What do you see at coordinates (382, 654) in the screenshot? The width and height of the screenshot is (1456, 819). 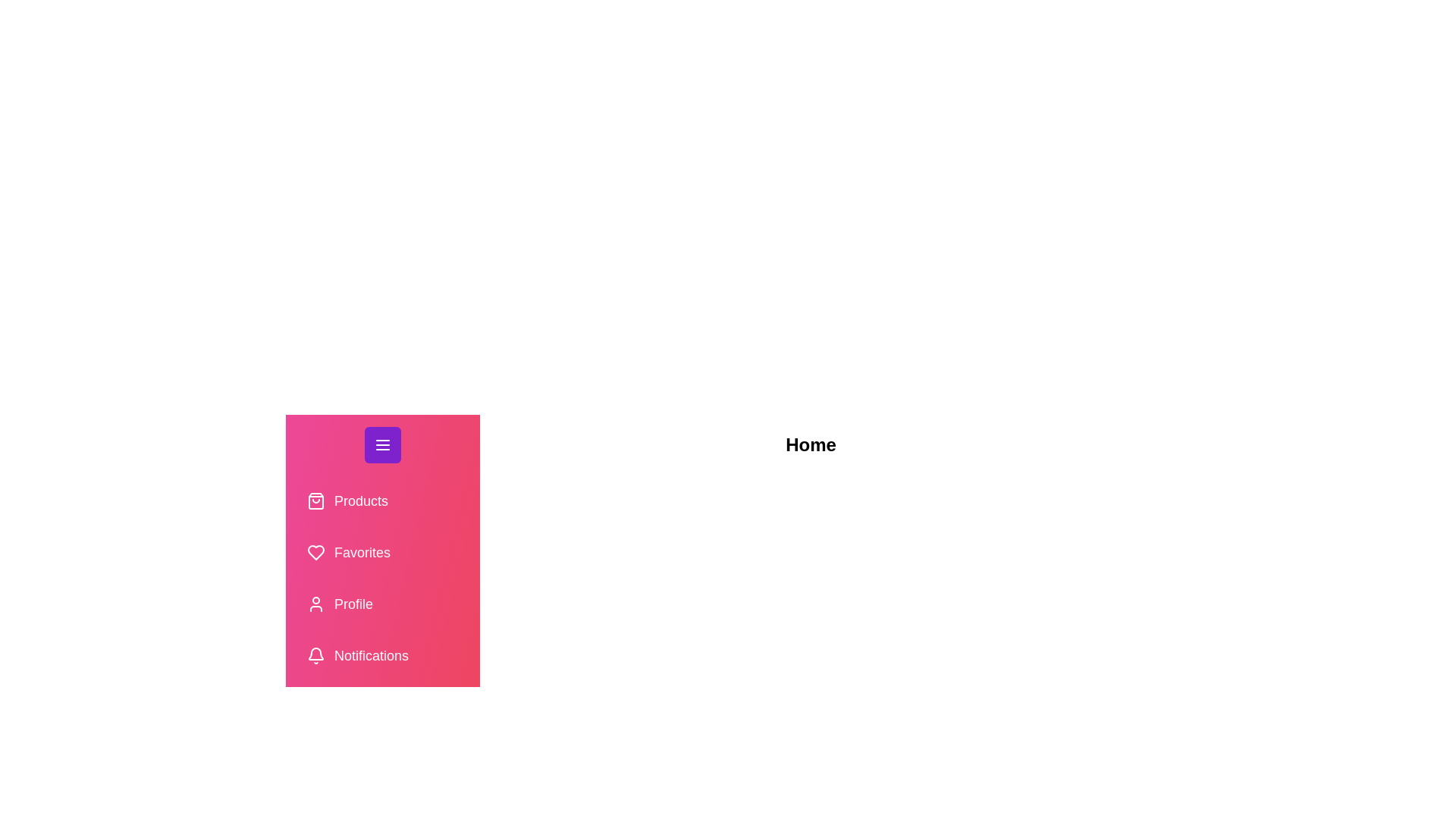 I see `the tab labeled 'Notifications' from the drawer` at bounding box center [382, 654].